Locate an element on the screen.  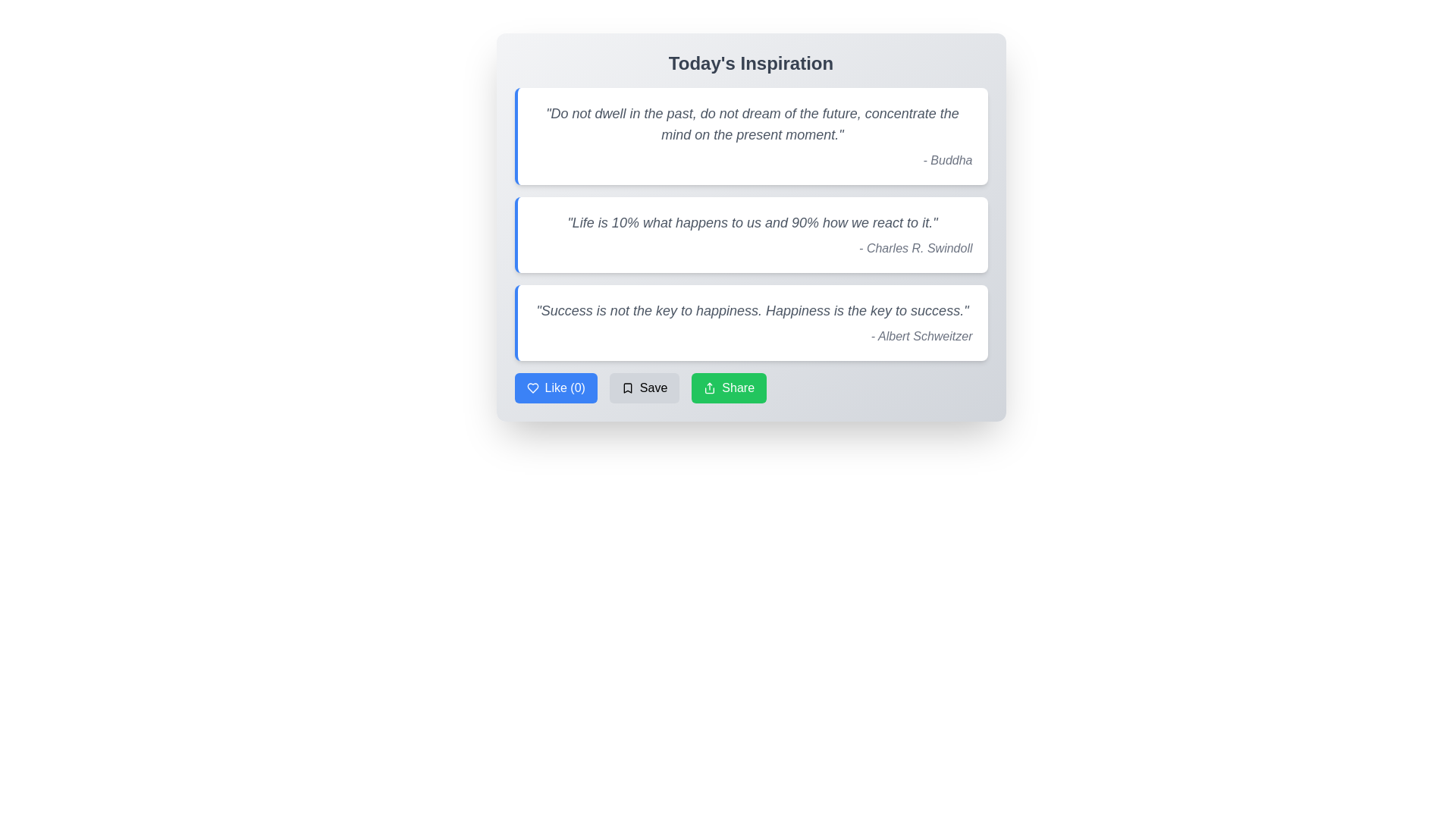
the heart SVG icon located at the bottom-left corner of the interface is located at coordinates (532, 388).